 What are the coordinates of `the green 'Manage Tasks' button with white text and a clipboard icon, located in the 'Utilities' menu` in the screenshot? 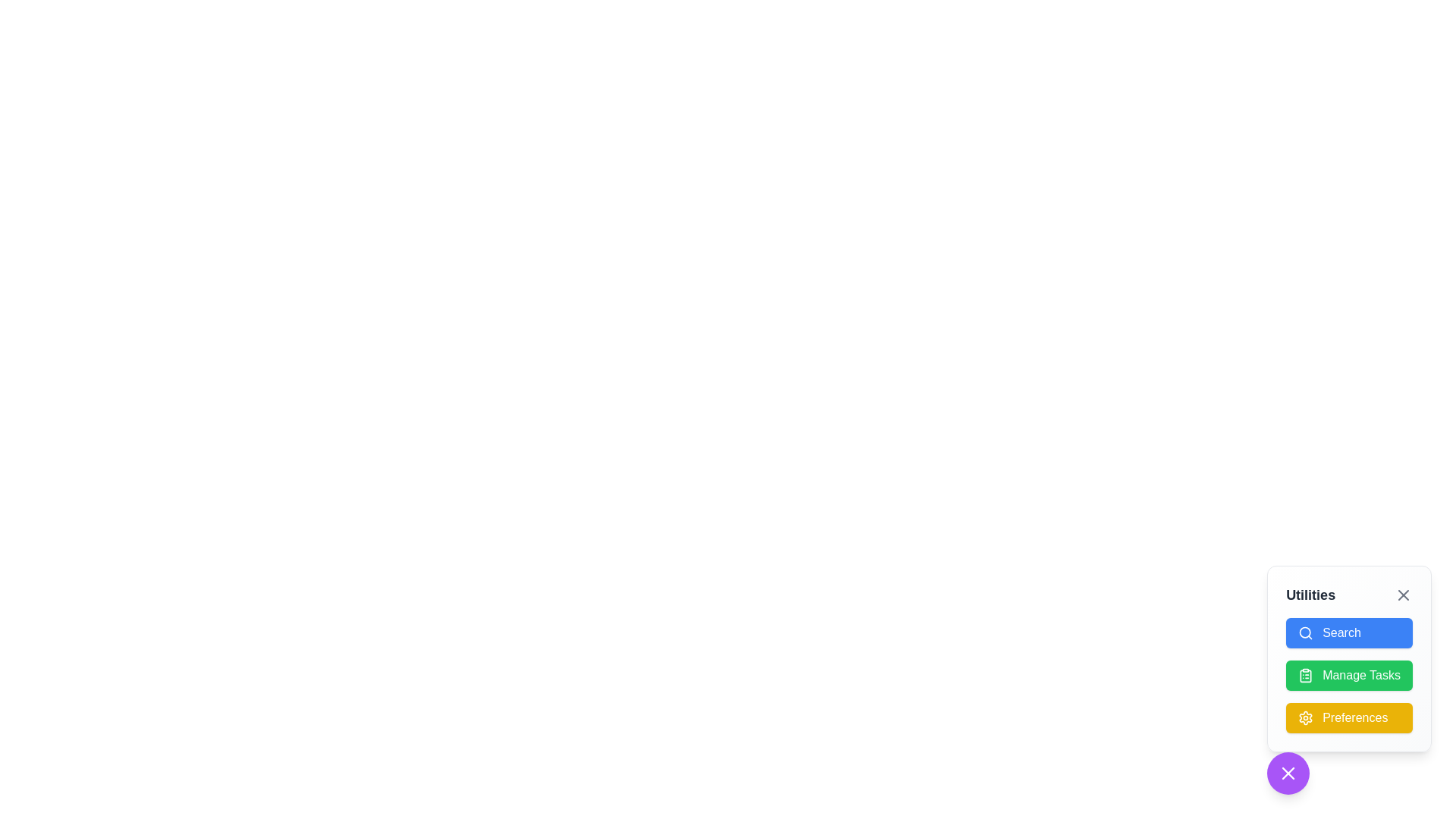 It's located at (1349, 675).